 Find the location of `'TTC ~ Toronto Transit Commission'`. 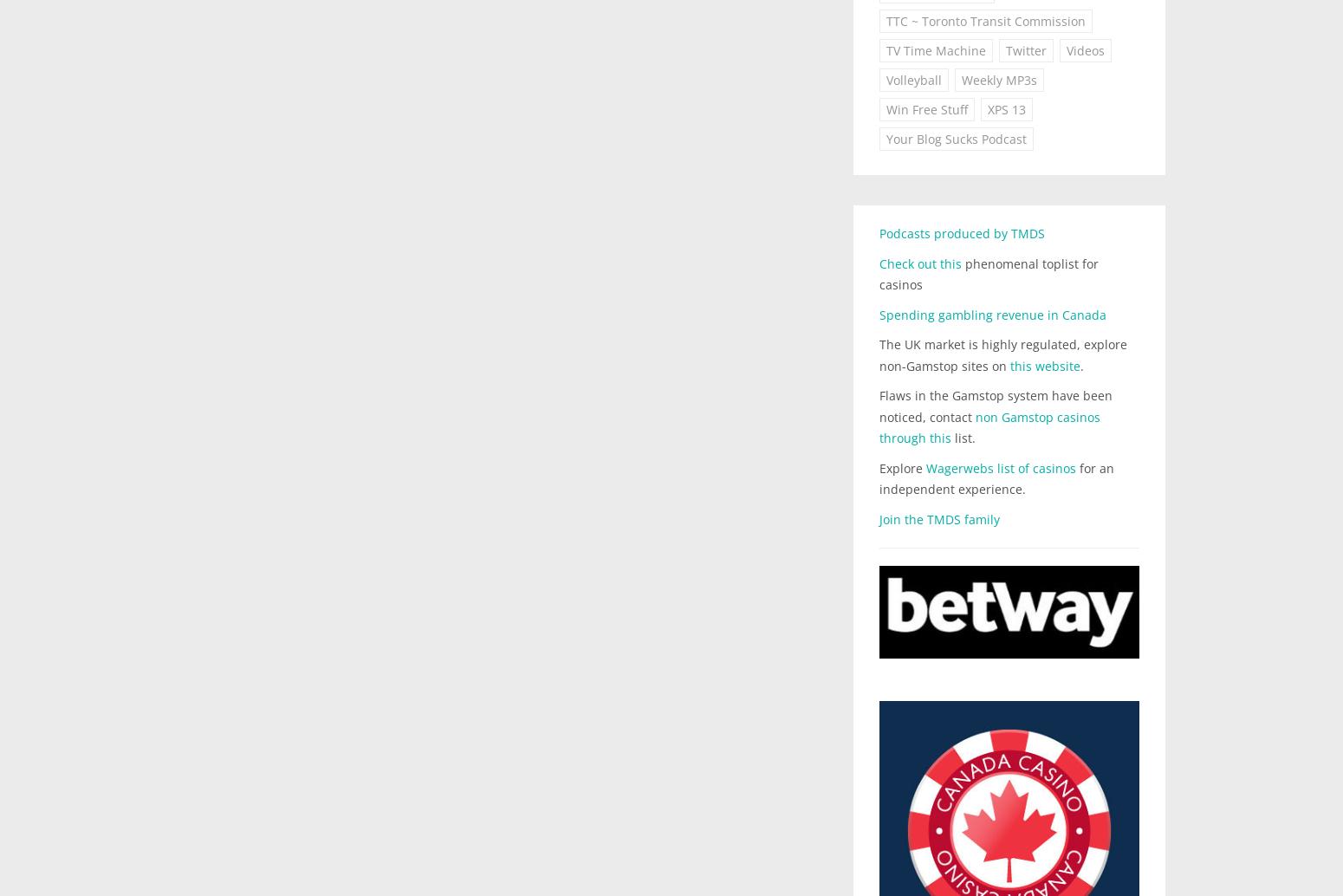

'TTC ~ Toronto Transit Commission' is located at coordinates (985, 21).